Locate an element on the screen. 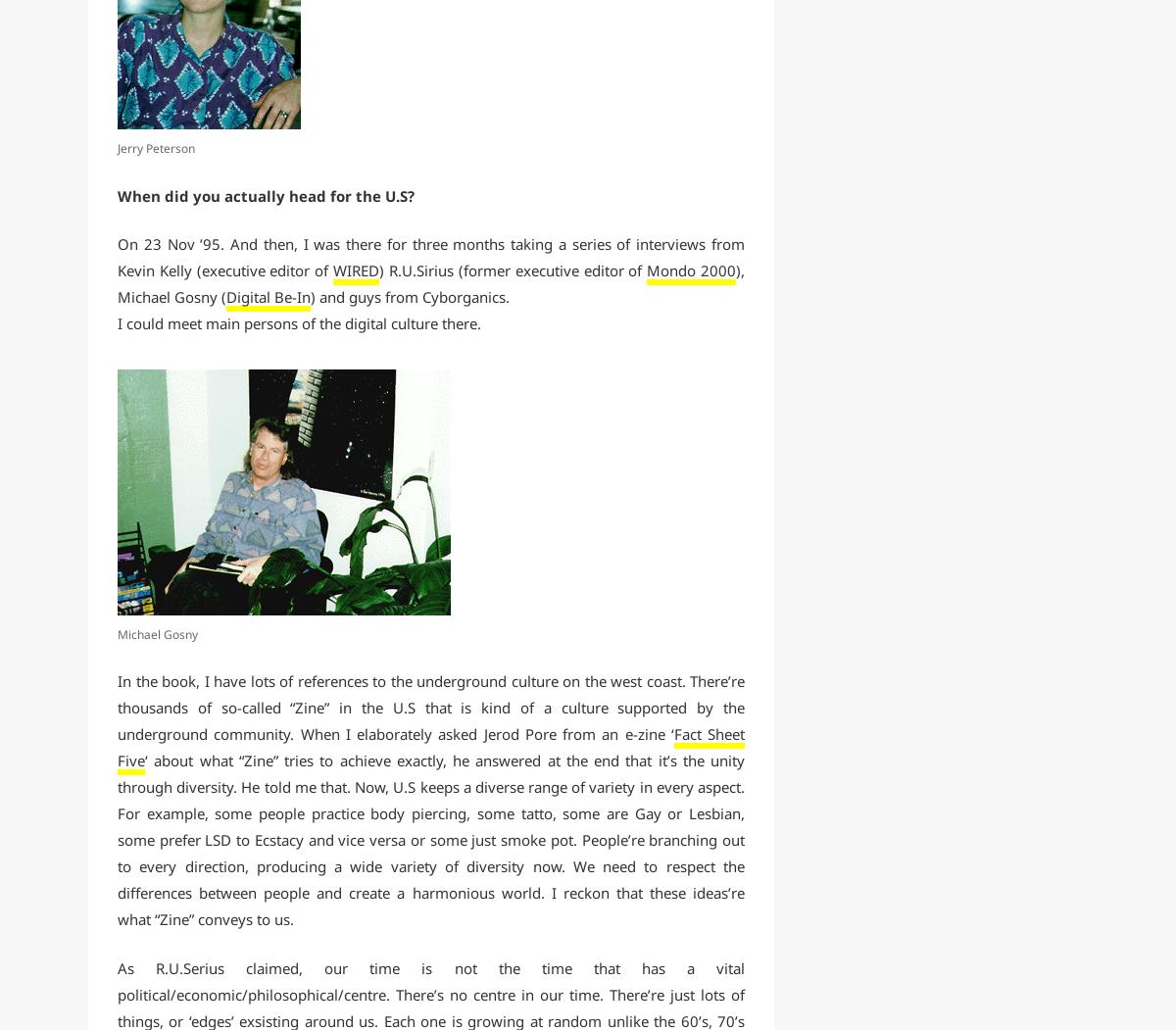 This screenshot has height=1030, width=1176. 'Mondo 2000' is located at coordinates (691, 270).